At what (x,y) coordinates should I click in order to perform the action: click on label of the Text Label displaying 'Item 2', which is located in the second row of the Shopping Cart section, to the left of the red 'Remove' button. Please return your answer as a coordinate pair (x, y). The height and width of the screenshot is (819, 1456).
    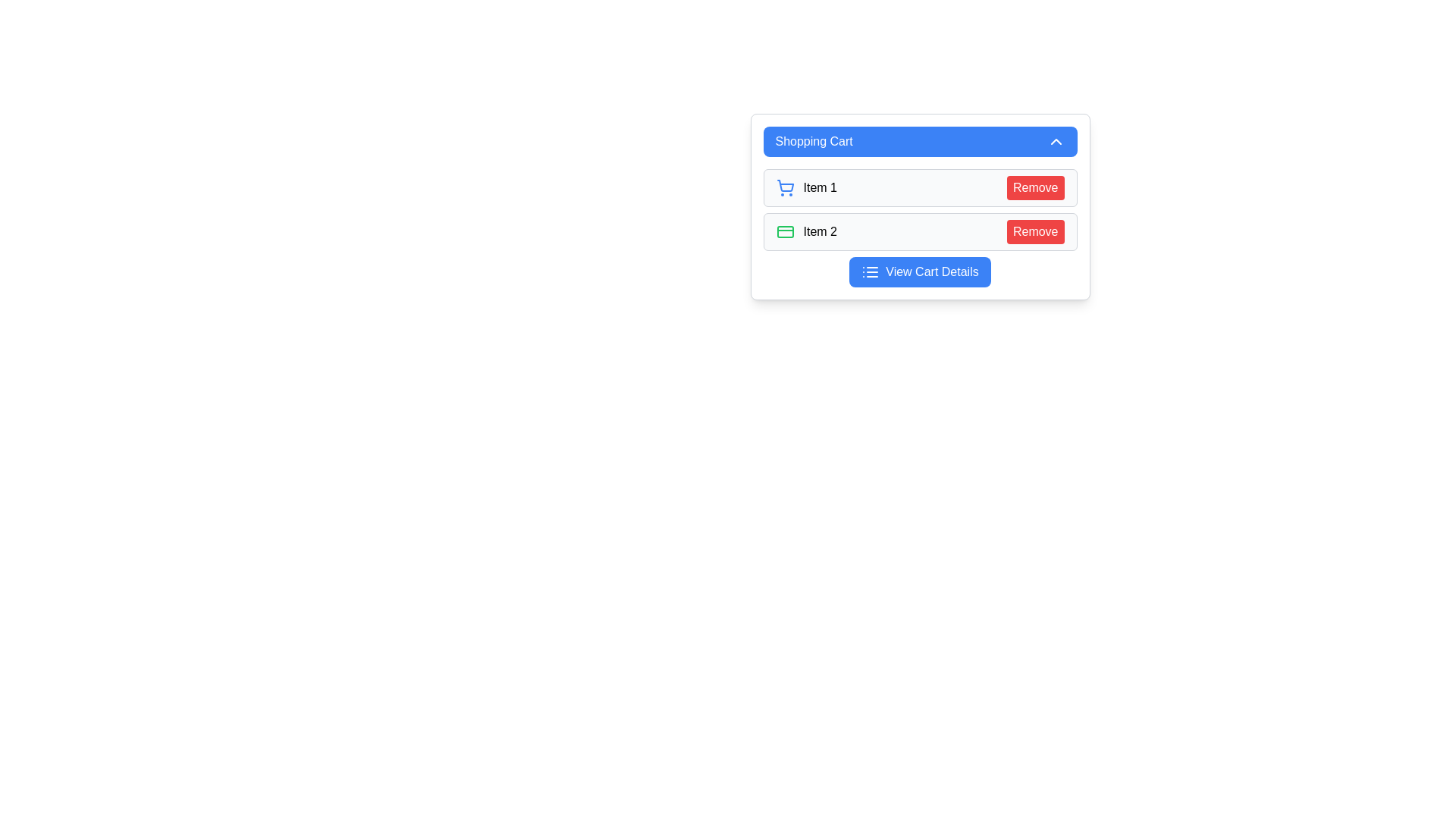
    Looking at the image, I should click on (805, 231).